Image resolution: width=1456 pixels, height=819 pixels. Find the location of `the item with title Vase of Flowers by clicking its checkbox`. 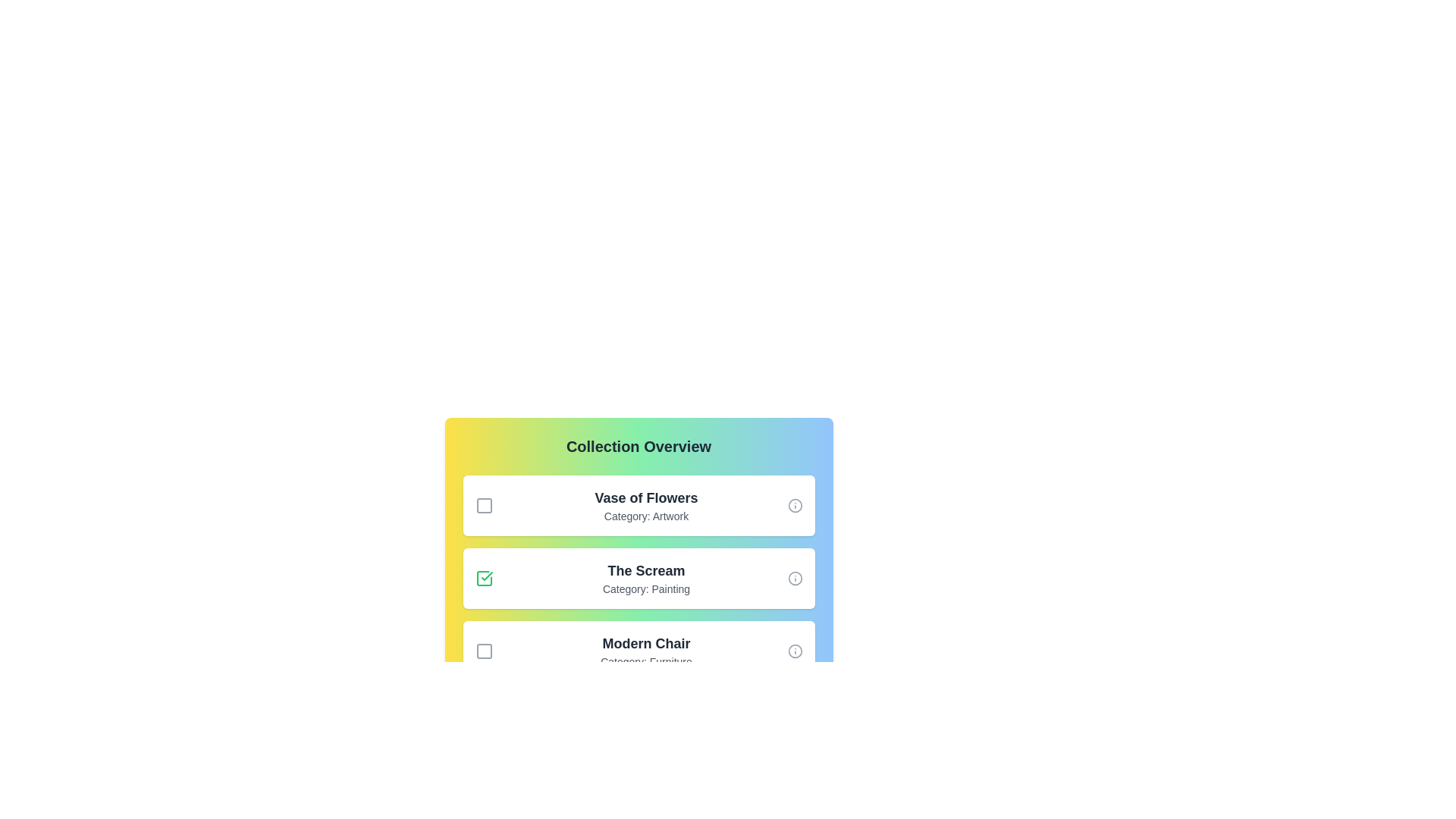

the item with title Vase of Flowers by clicking its checkbox is located at coordinates (483, 506).